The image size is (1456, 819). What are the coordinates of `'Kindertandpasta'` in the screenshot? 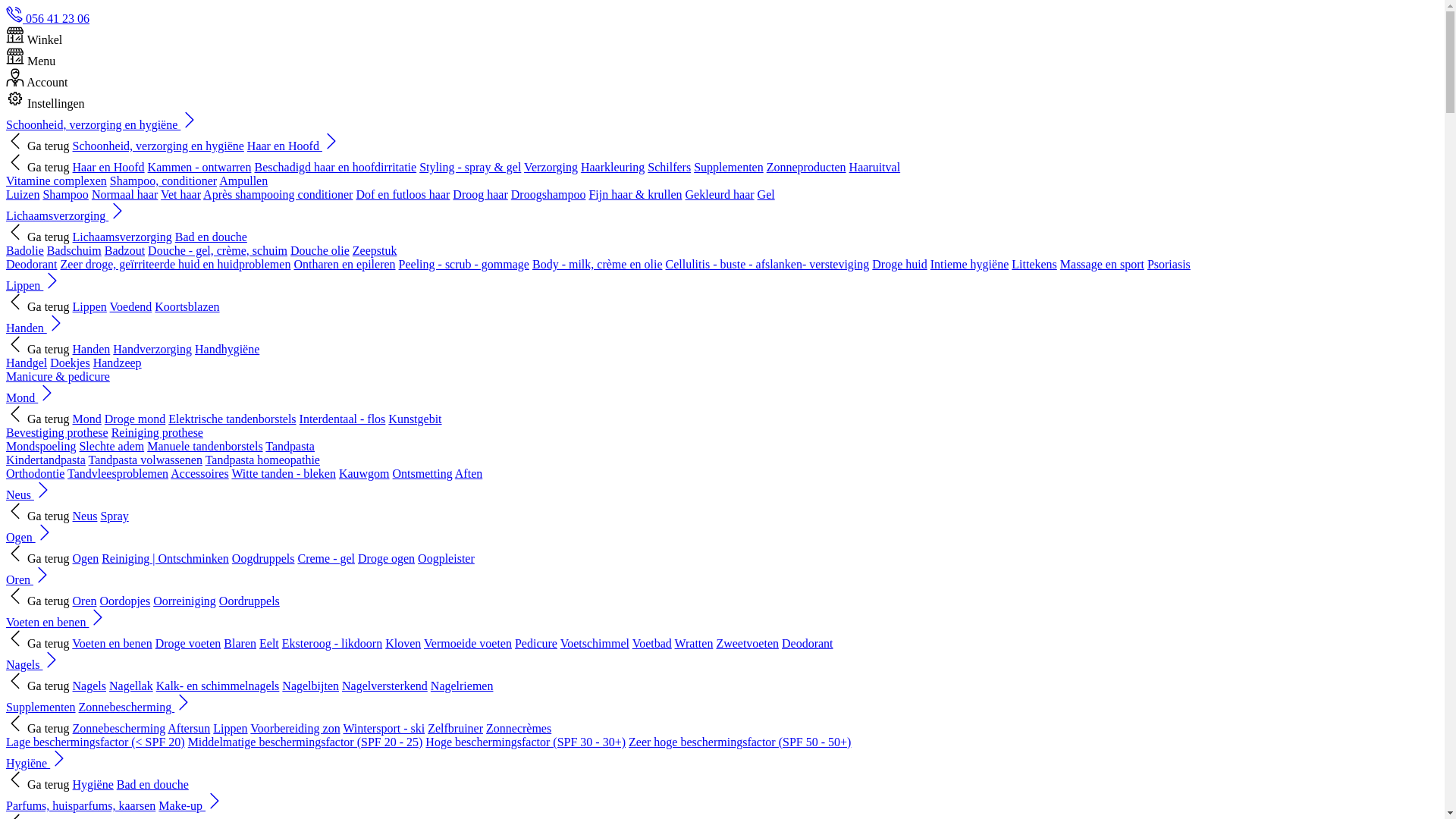 It's located at (45, 459).